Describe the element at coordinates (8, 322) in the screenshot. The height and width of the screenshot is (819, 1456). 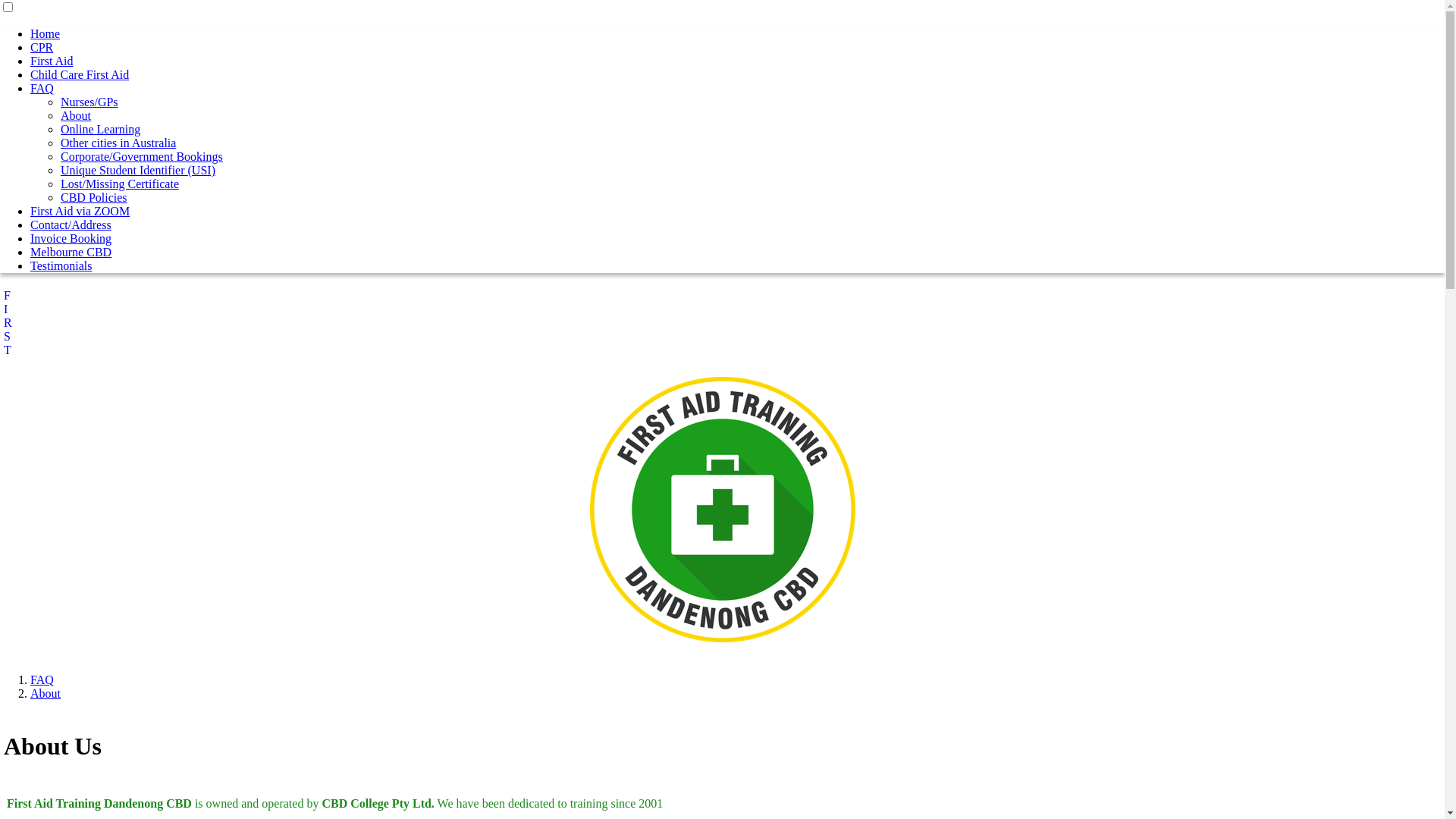
I see `'F` at that location.